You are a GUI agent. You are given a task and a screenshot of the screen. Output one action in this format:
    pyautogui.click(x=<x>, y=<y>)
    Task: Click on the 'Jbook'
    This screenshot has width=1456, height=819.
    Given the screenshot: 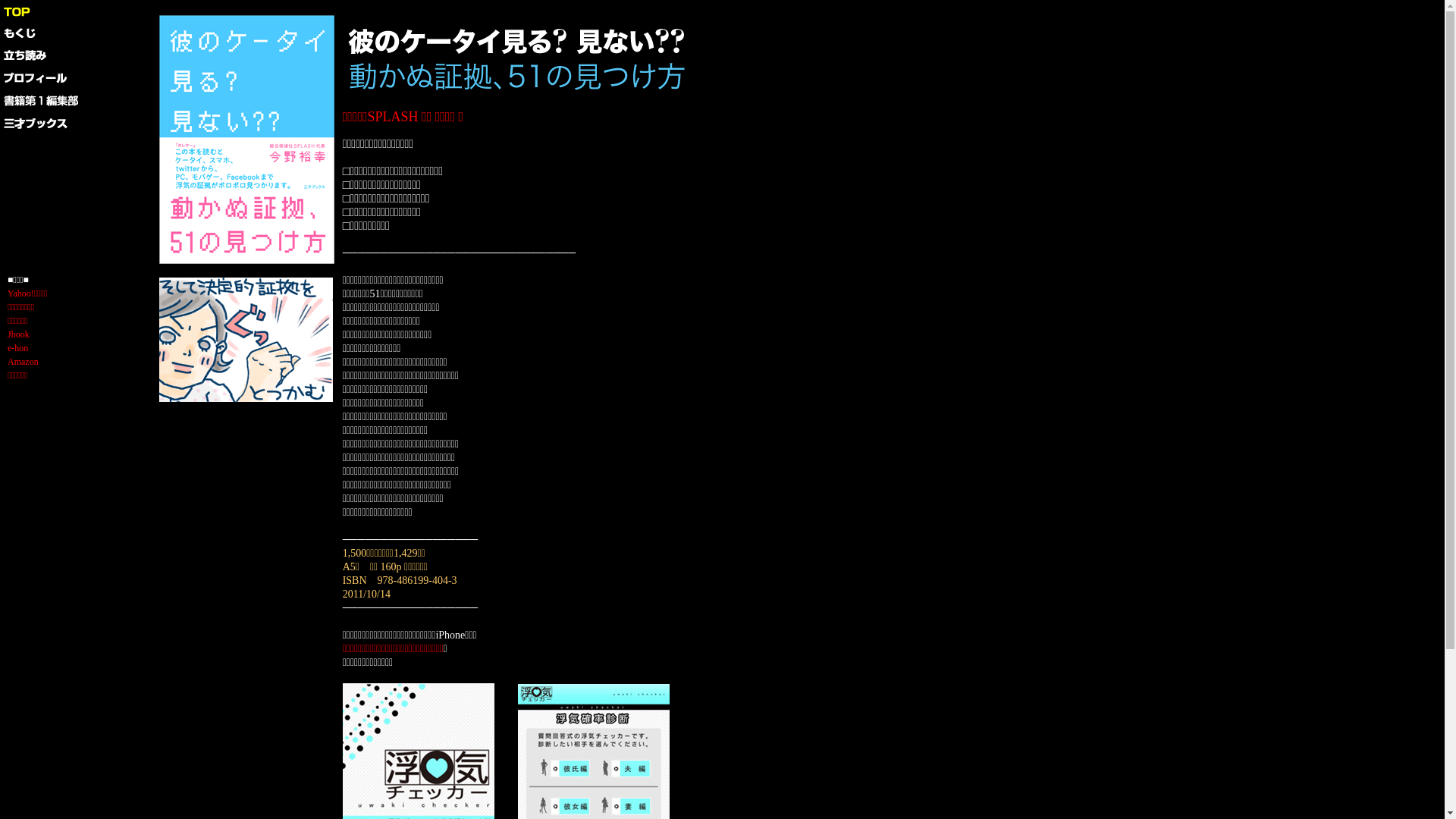 What is the action you would take?
    pyautogui.click(x=7, y=333)
    